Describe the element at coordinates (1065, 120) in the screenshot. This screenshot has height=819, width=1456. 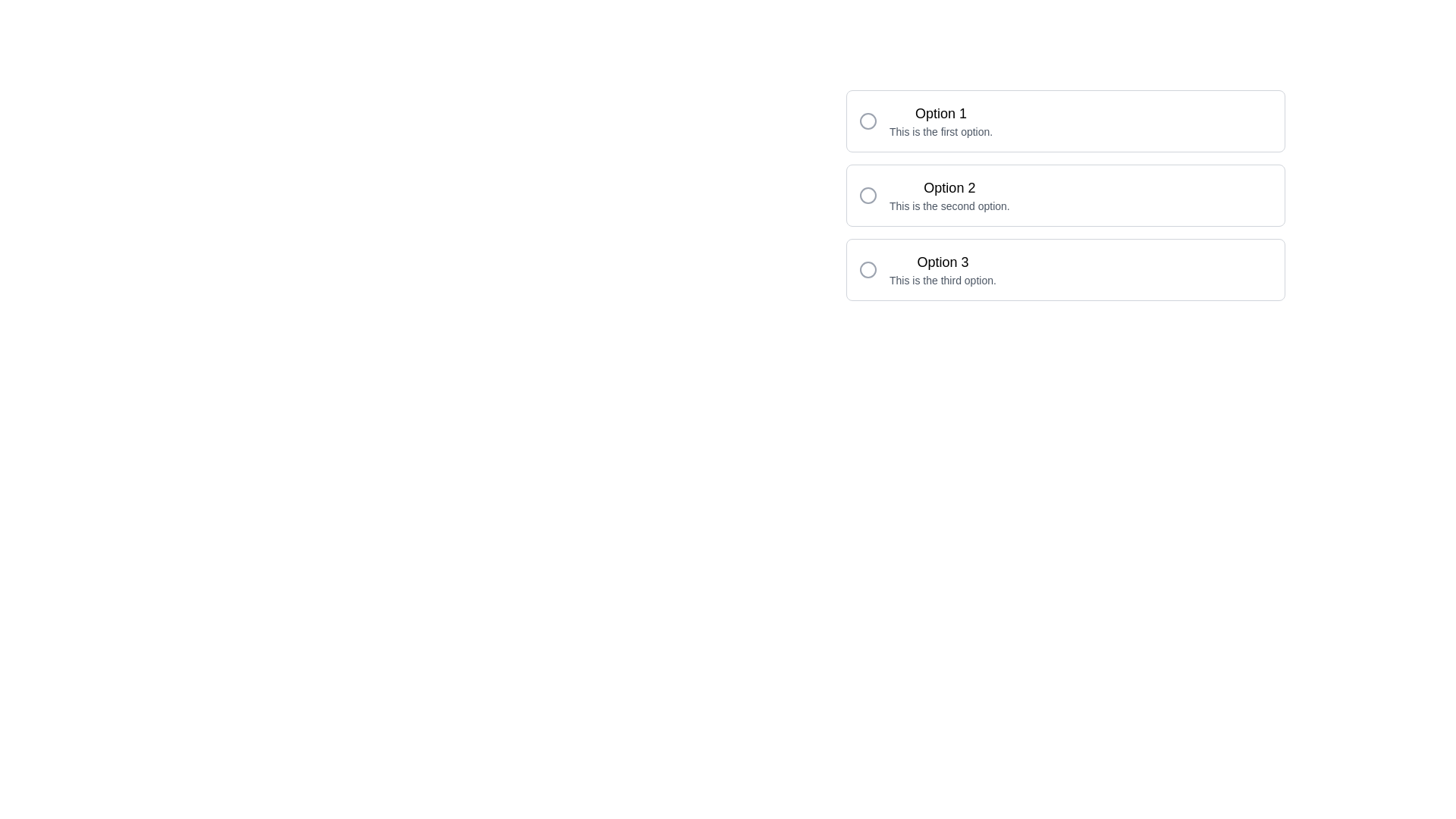
I see `the first selectable option card, which functions as a radio button, located at the top of the group` at that location.